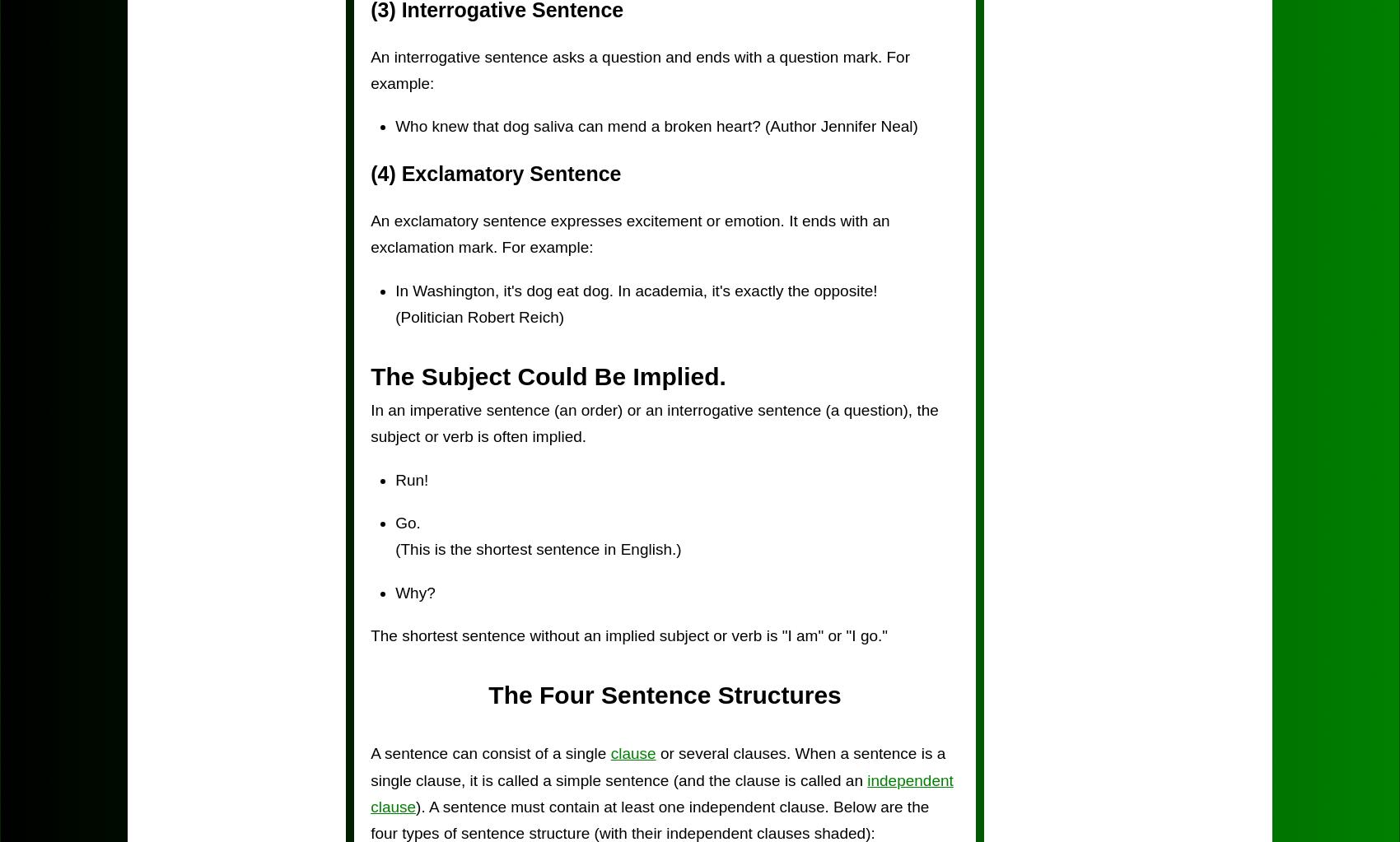 This screenshot has width=1400, height=842. Describe the element at coordinates (653, 422) in the screenshot. I see `'In an imperative sentence (an order) or an interrogative sentence (a question), the subject or verb is often implied.'` at that location.